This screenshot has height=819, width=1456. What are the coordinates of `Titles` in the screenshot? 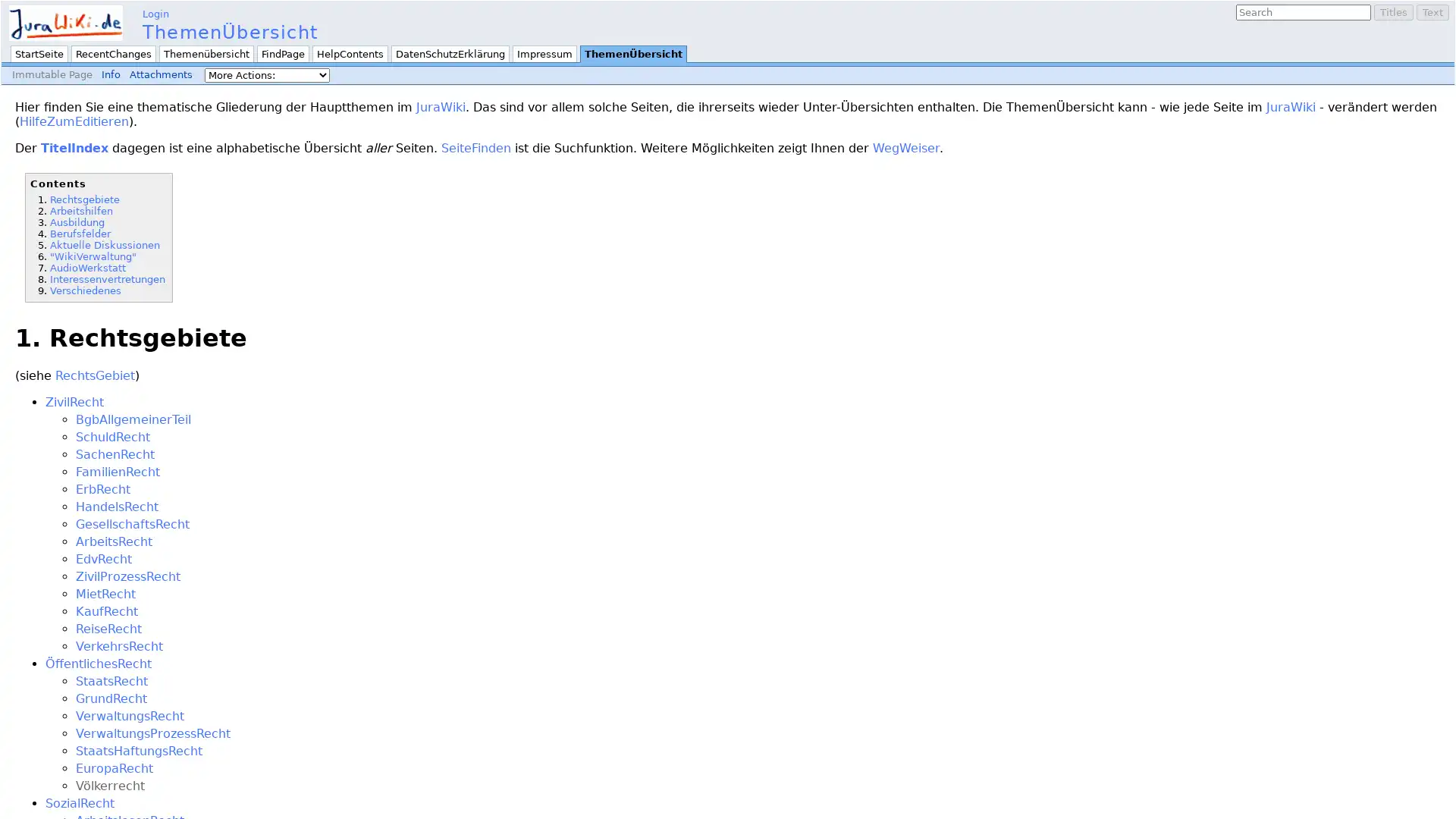 It's located at (1394, 12).